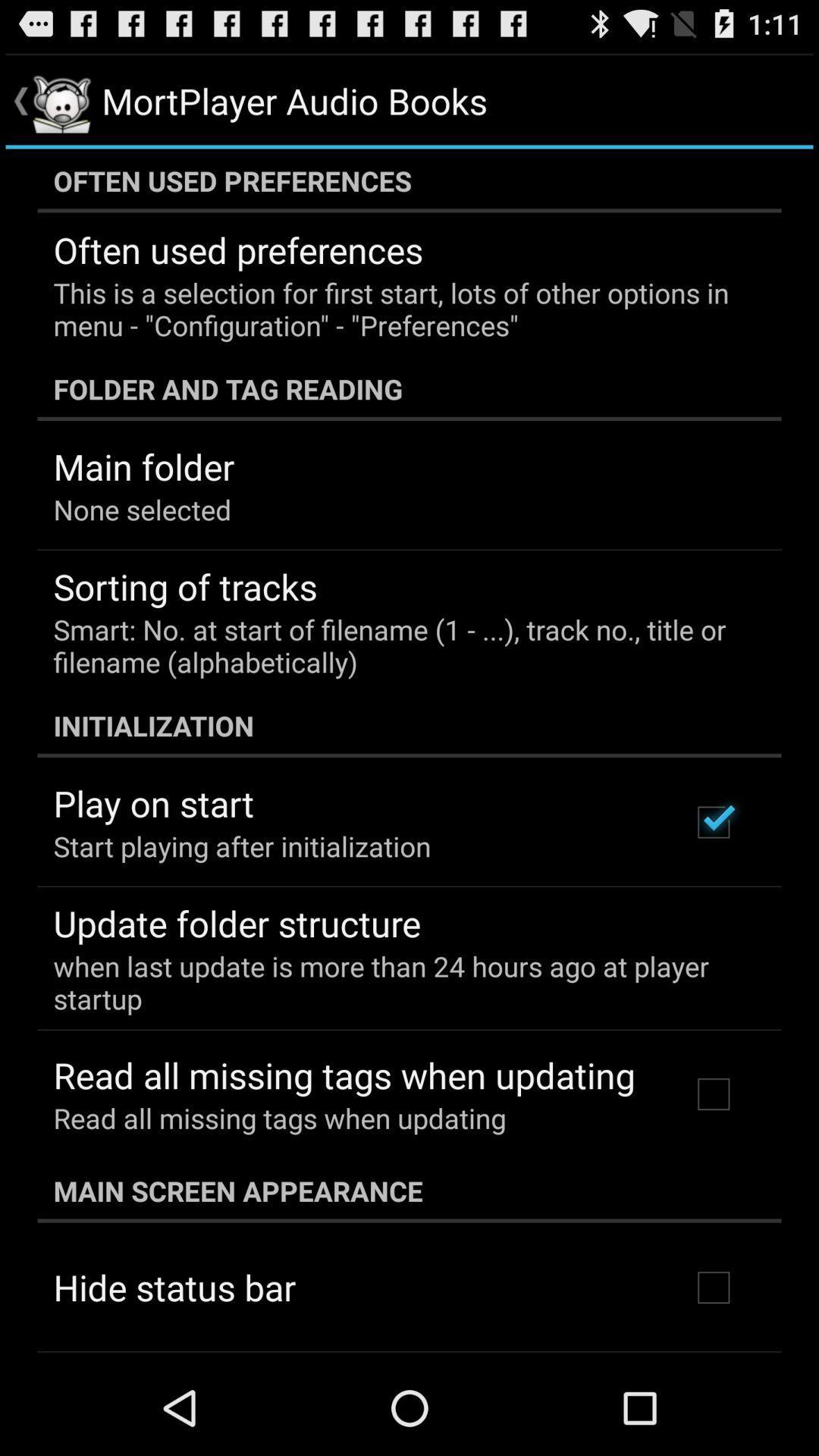  Describe the element at coordinates (153, 802) in the screenshot. I see `the app above the start playing after item` at that location.